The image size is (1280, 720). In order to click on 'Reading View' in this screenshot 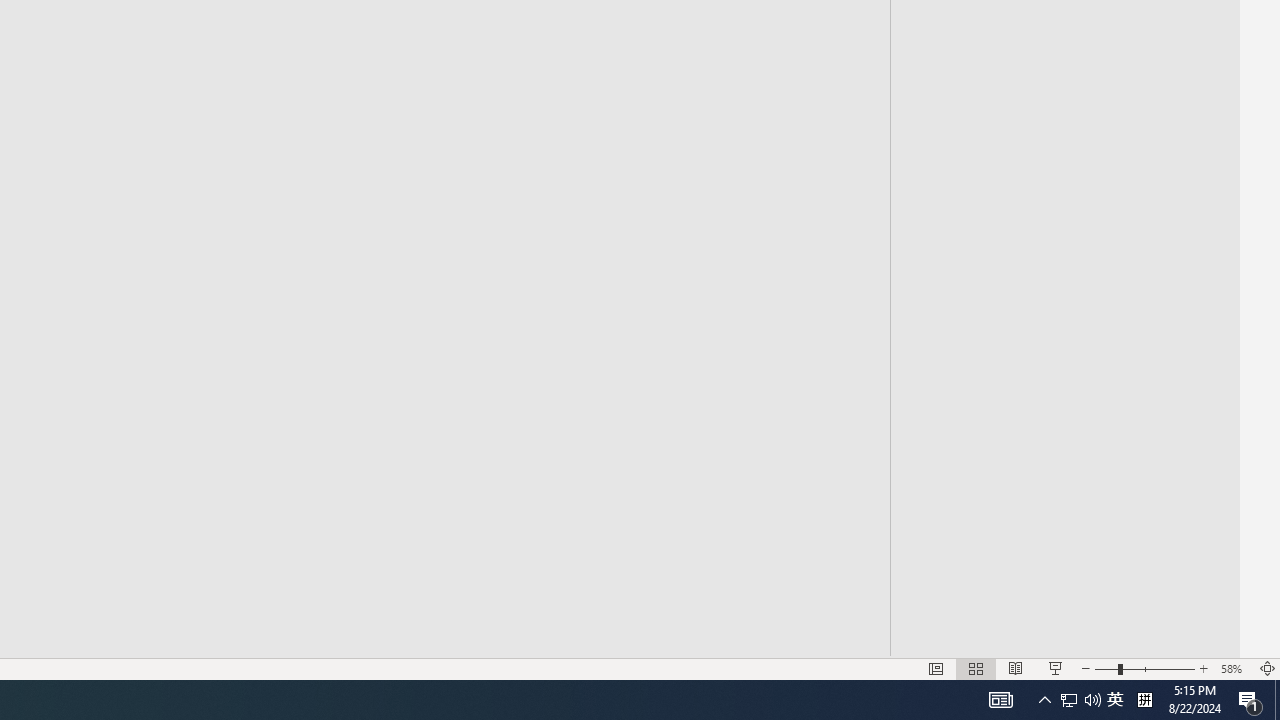, I will do `click(1015, 669)`.